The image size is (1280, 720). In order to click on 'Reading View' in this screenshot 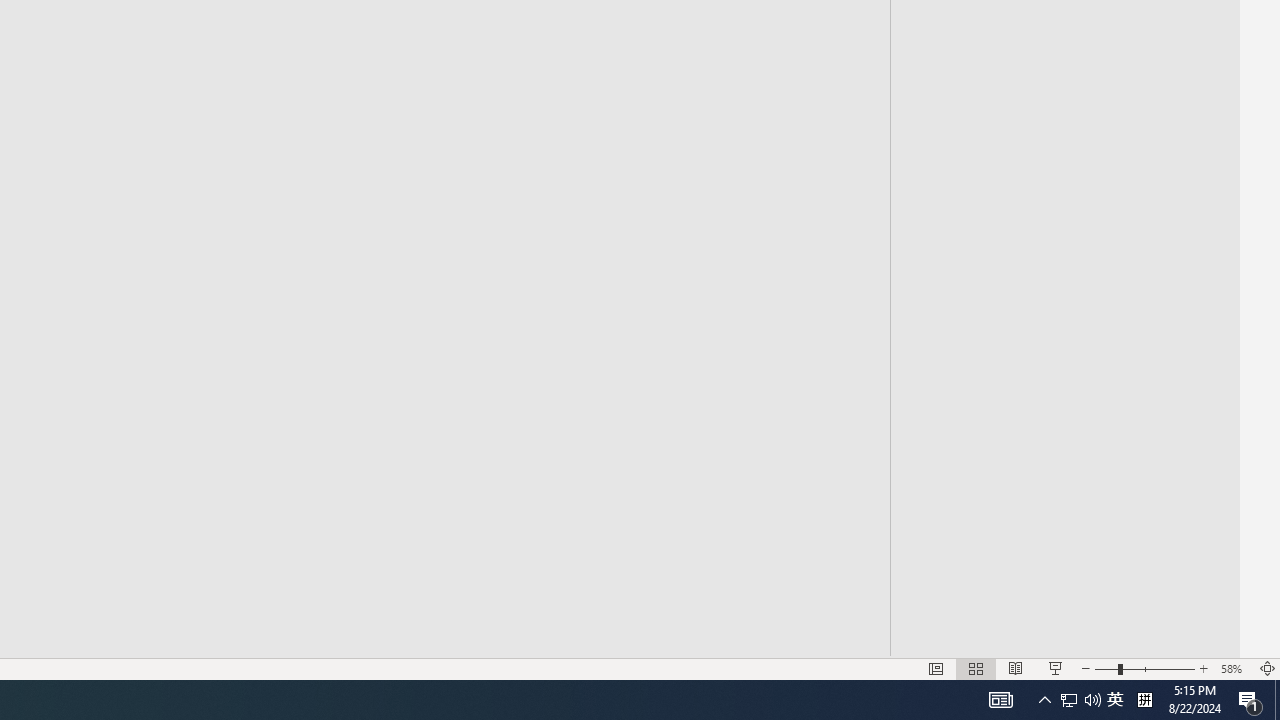, I will do `click(1015, 669)`.